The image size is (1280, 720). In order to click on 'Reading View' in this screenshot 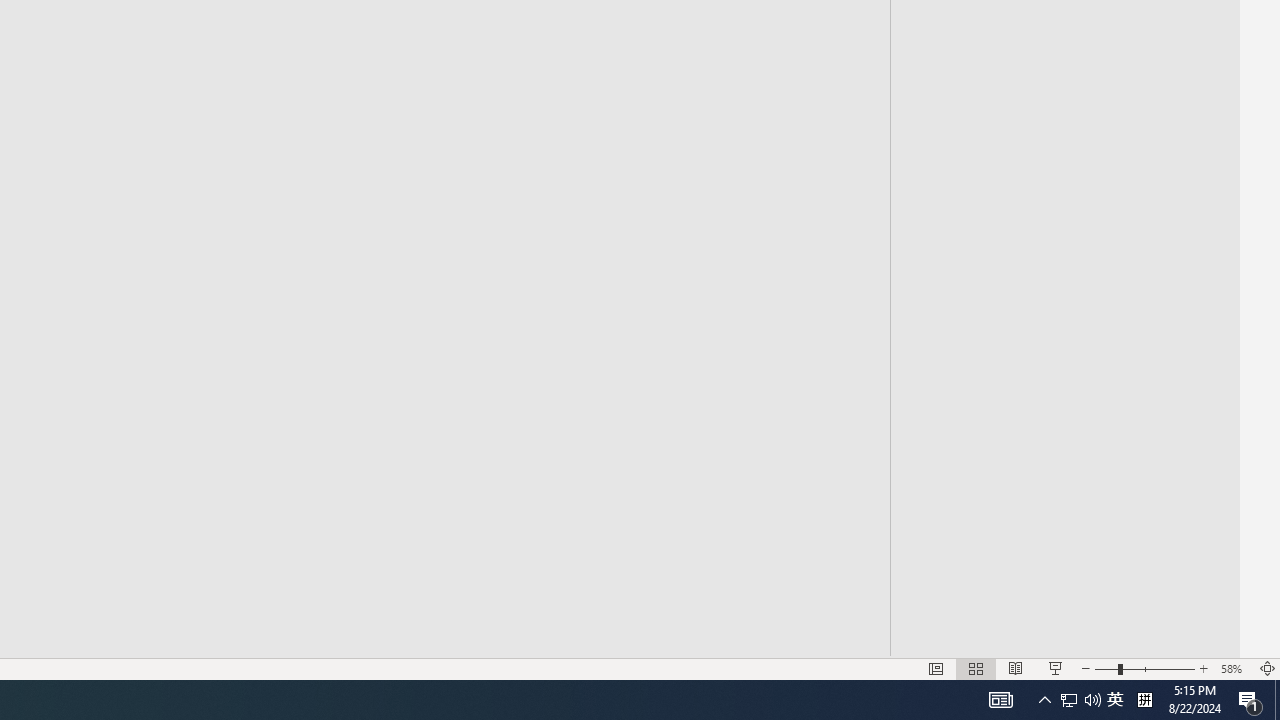, I will do `click(1015, 669)`.